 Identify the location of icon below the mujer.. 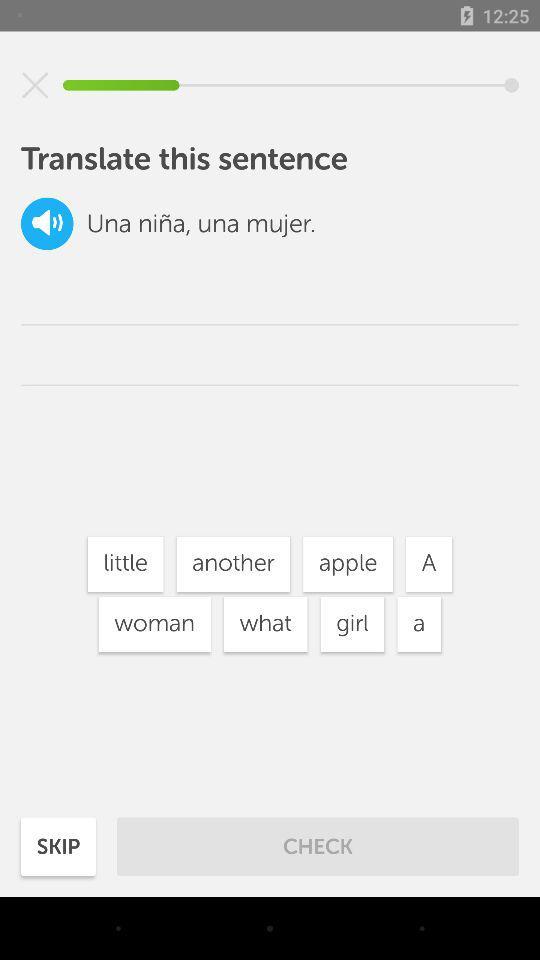
(347, 564).